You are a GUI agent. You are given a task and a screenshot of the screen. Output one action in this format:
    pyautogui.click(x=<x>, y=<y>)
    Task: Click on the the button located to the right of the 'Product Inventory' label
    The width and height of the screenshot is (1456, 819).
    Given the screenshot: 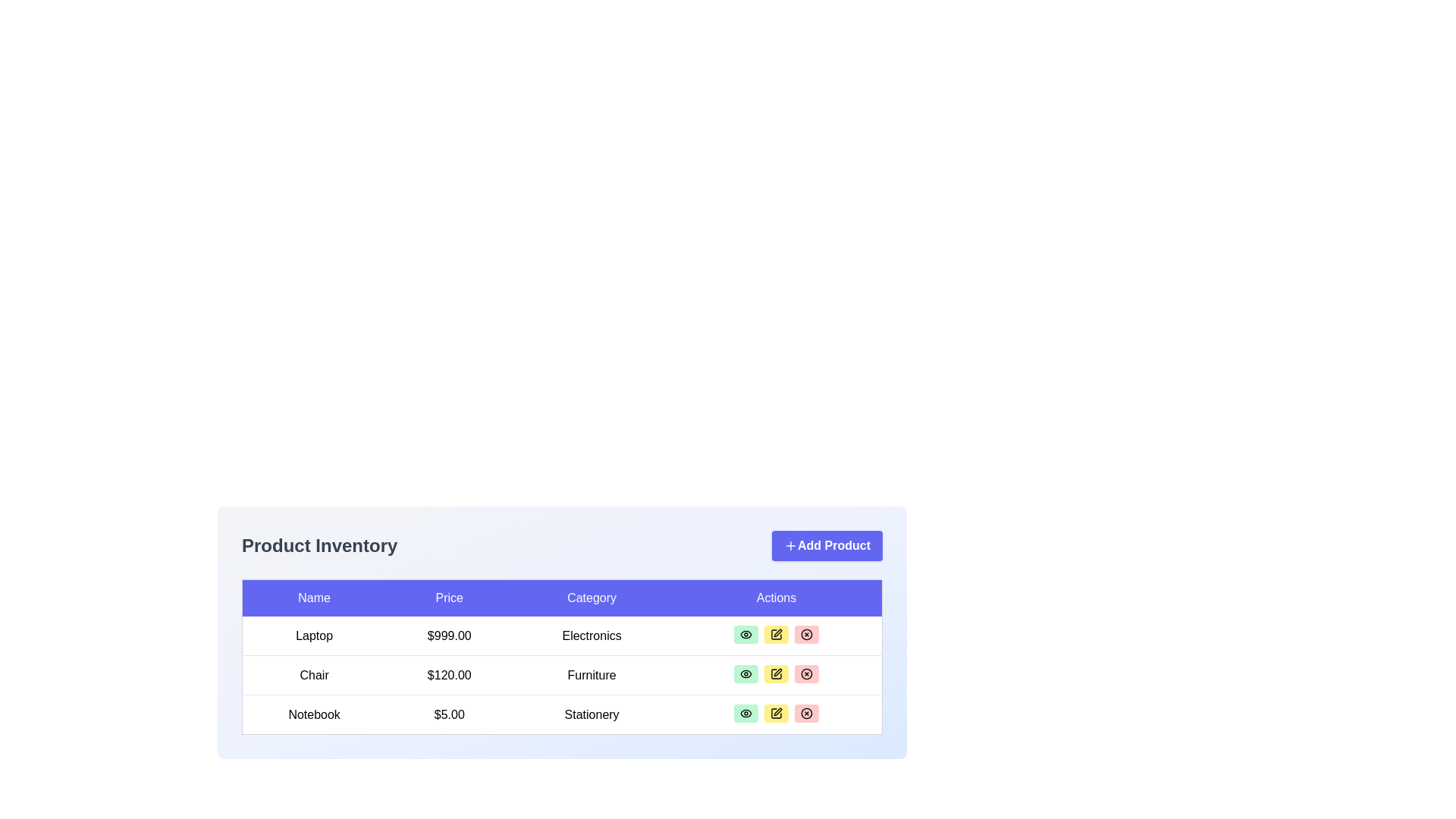 What is the action you would take?
    pyautogui.click(x=826, y=546)
    